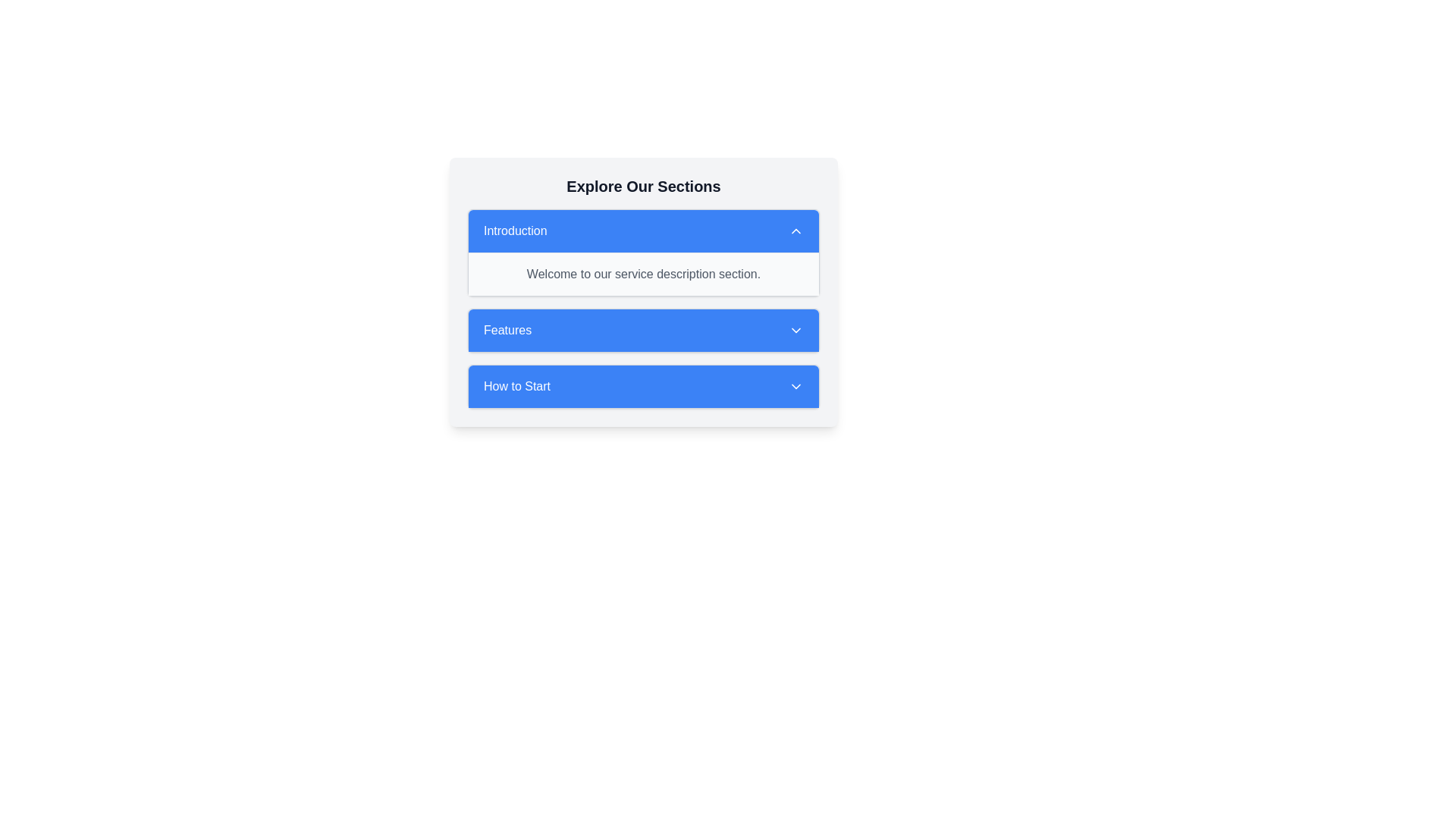 The image size is (1456, 819). Describe the element at coordinates (644, 274) in the screenshot. I see `the text display area that reads 'Welcome to our service description section.' It is styled with a light gray background and dark gray font, located below the 'Introduction' title row` at that location.